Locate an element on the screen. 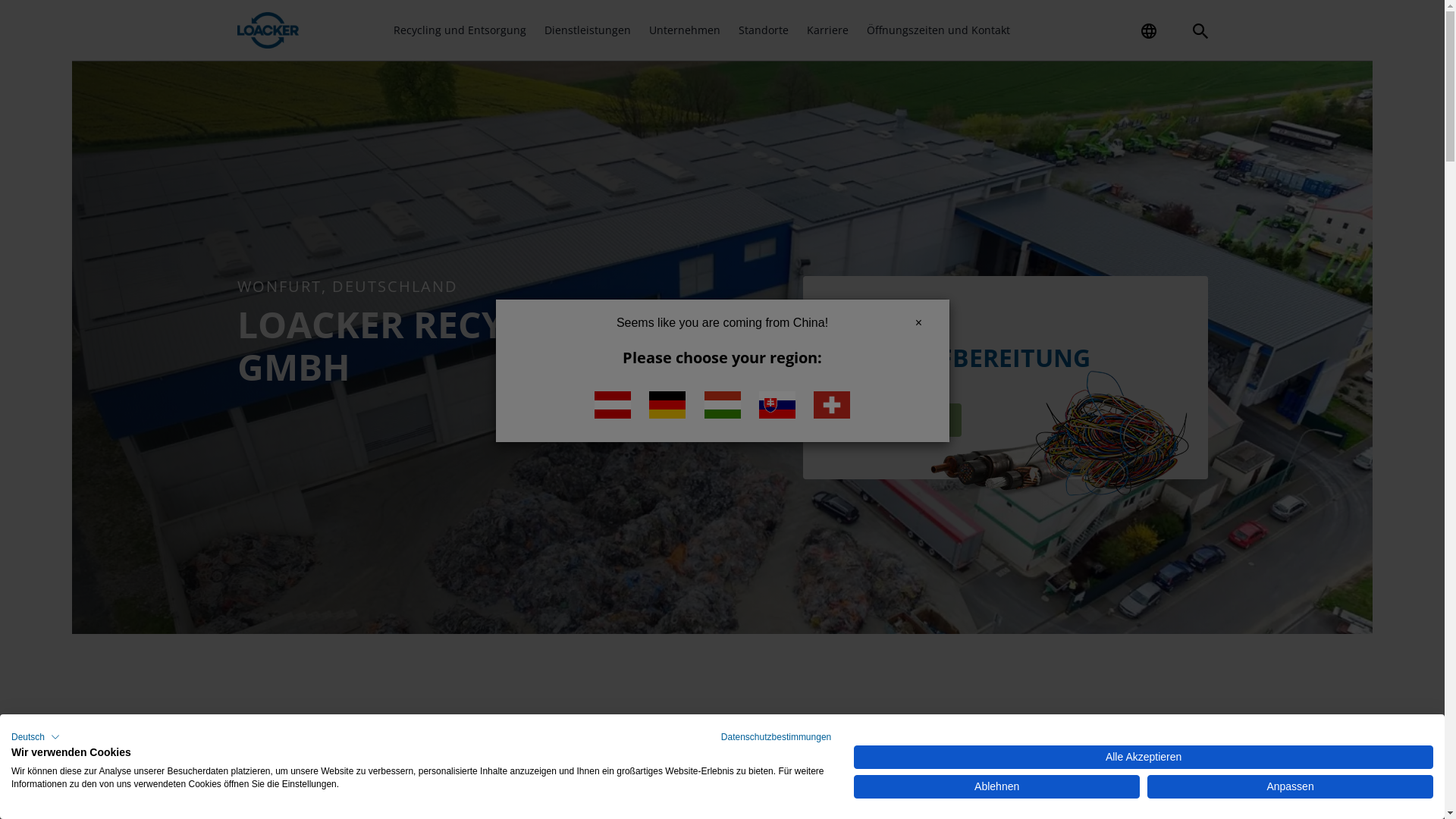 This screenshot has height=819, width=1456. 'Karriere' is located at coordinates (827, 30).